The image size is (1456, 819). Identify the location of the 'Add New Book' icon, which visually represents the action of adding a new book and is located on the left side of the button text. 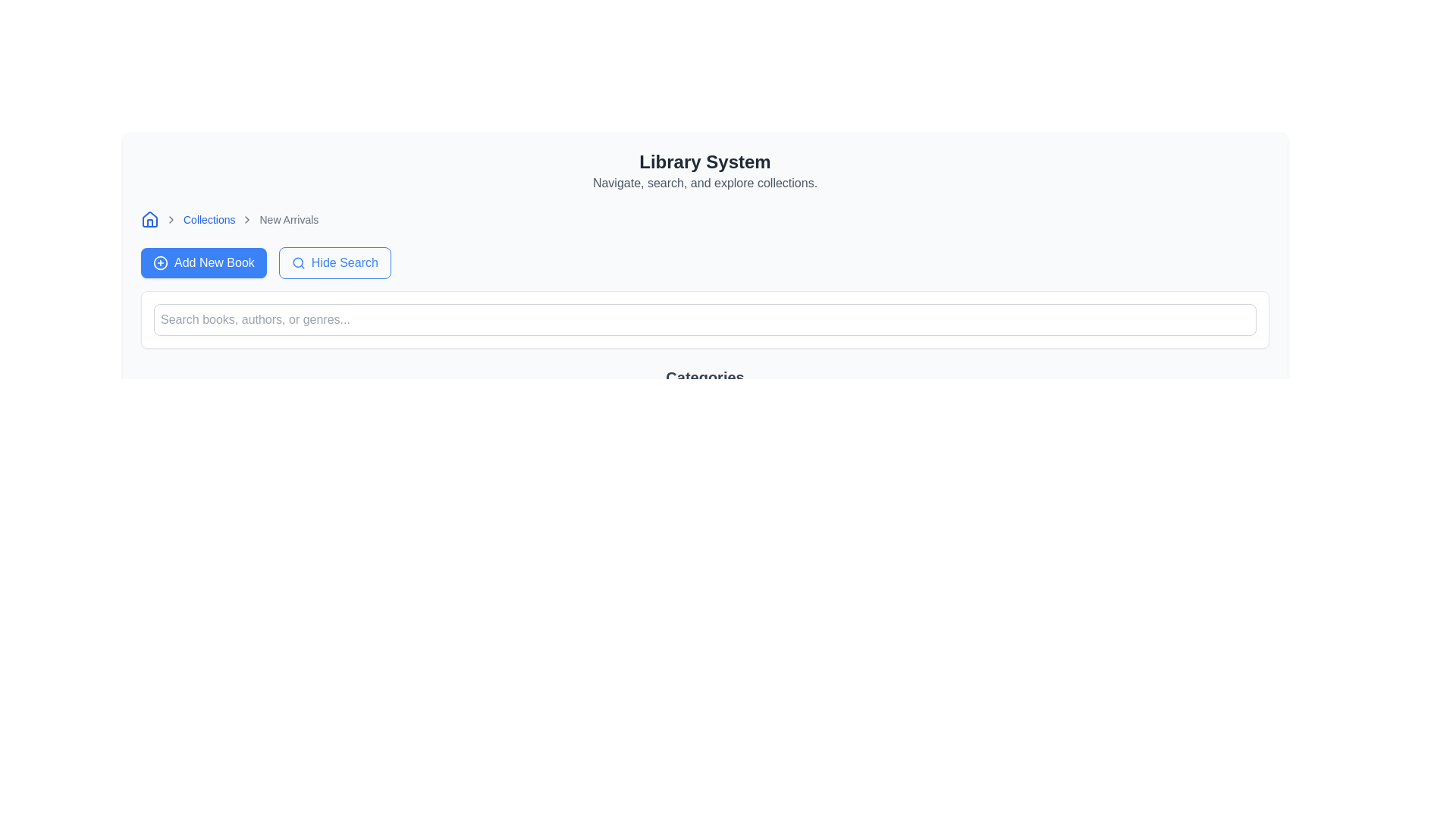
(160, 262).